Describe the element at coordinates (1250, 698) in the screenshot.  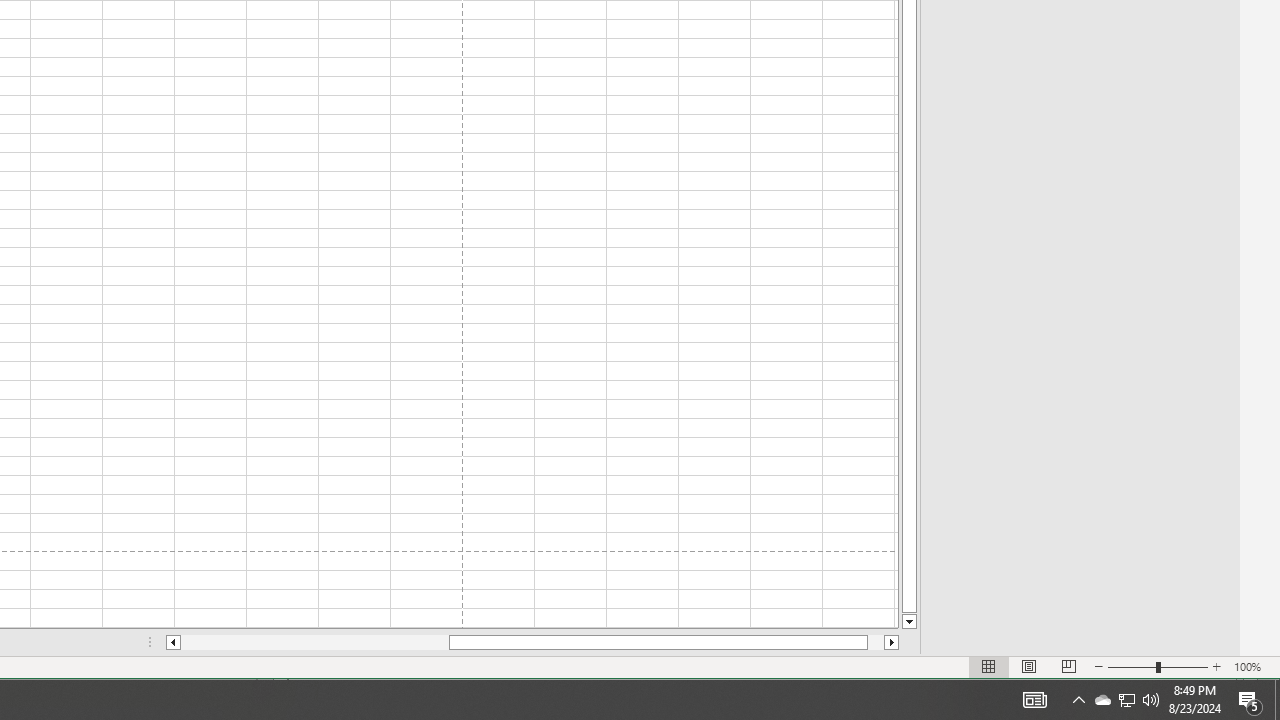
I see `'Action Center, 5 new notifications'` at that location.